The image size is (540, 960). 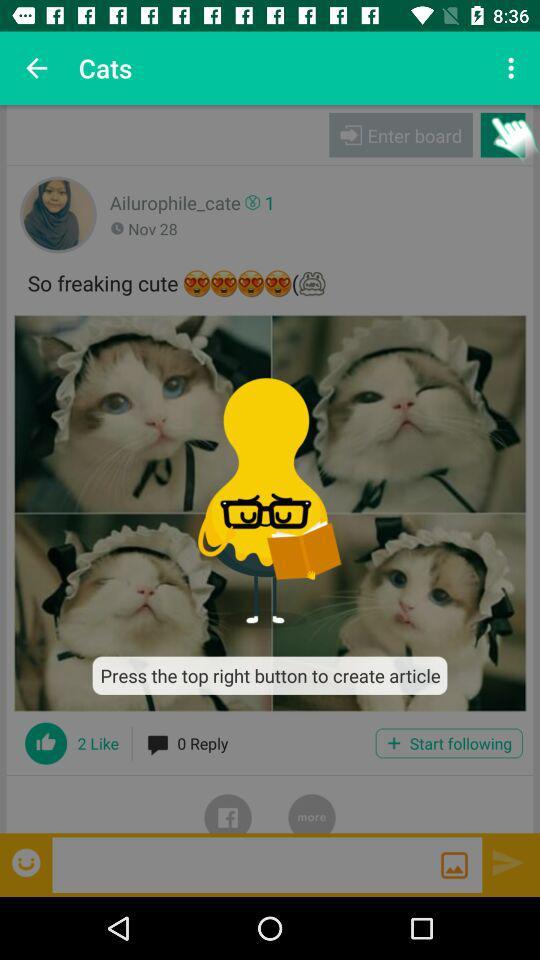 What do you see at coordinates (270, 512) in the screenshot?
I see `open full picture` at bounding box center [270, 512].